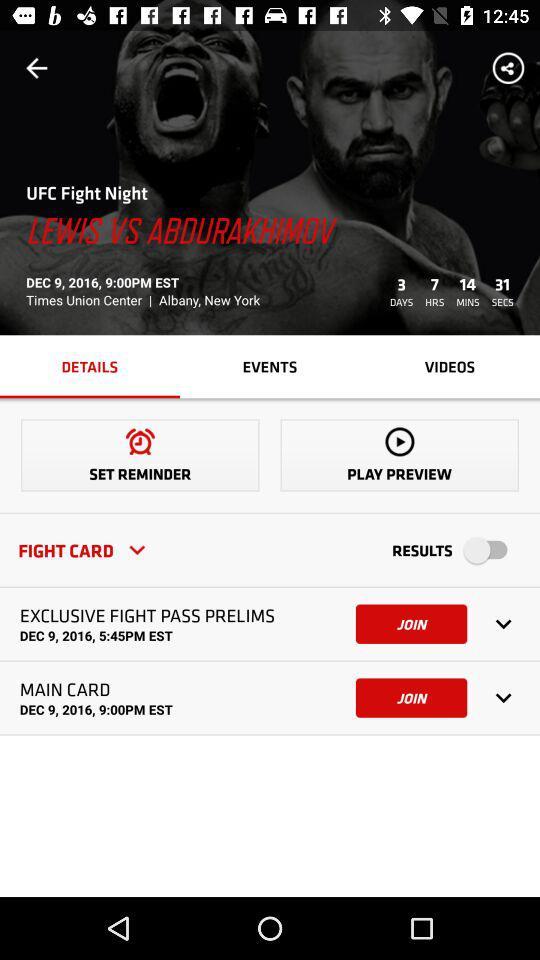  Describe the element at coordinates (502, 623) in the screenshot. I see `the down scroll which is right to the first join` at that location.